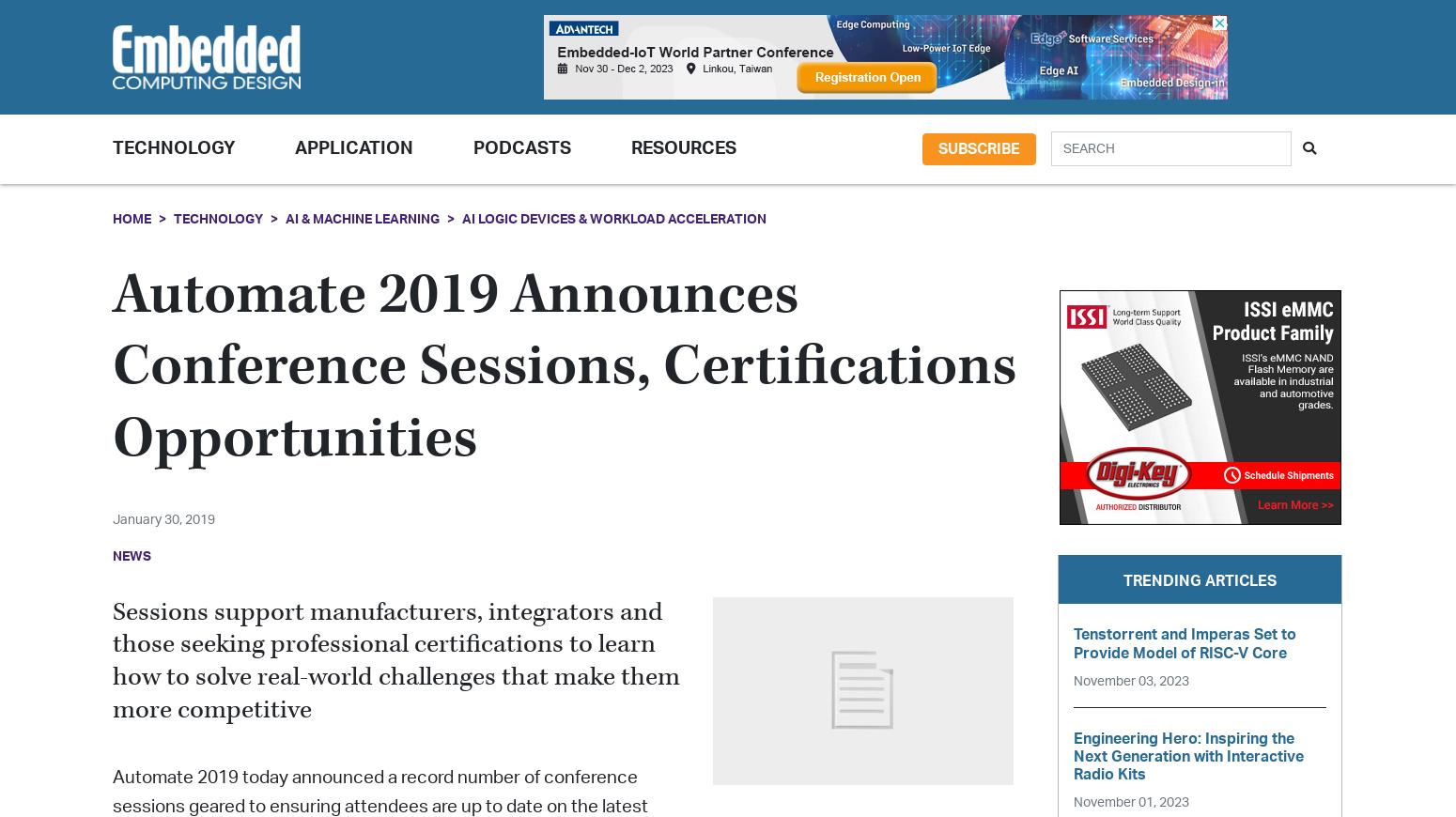  I want to click on 'Application', so click(352, 147).